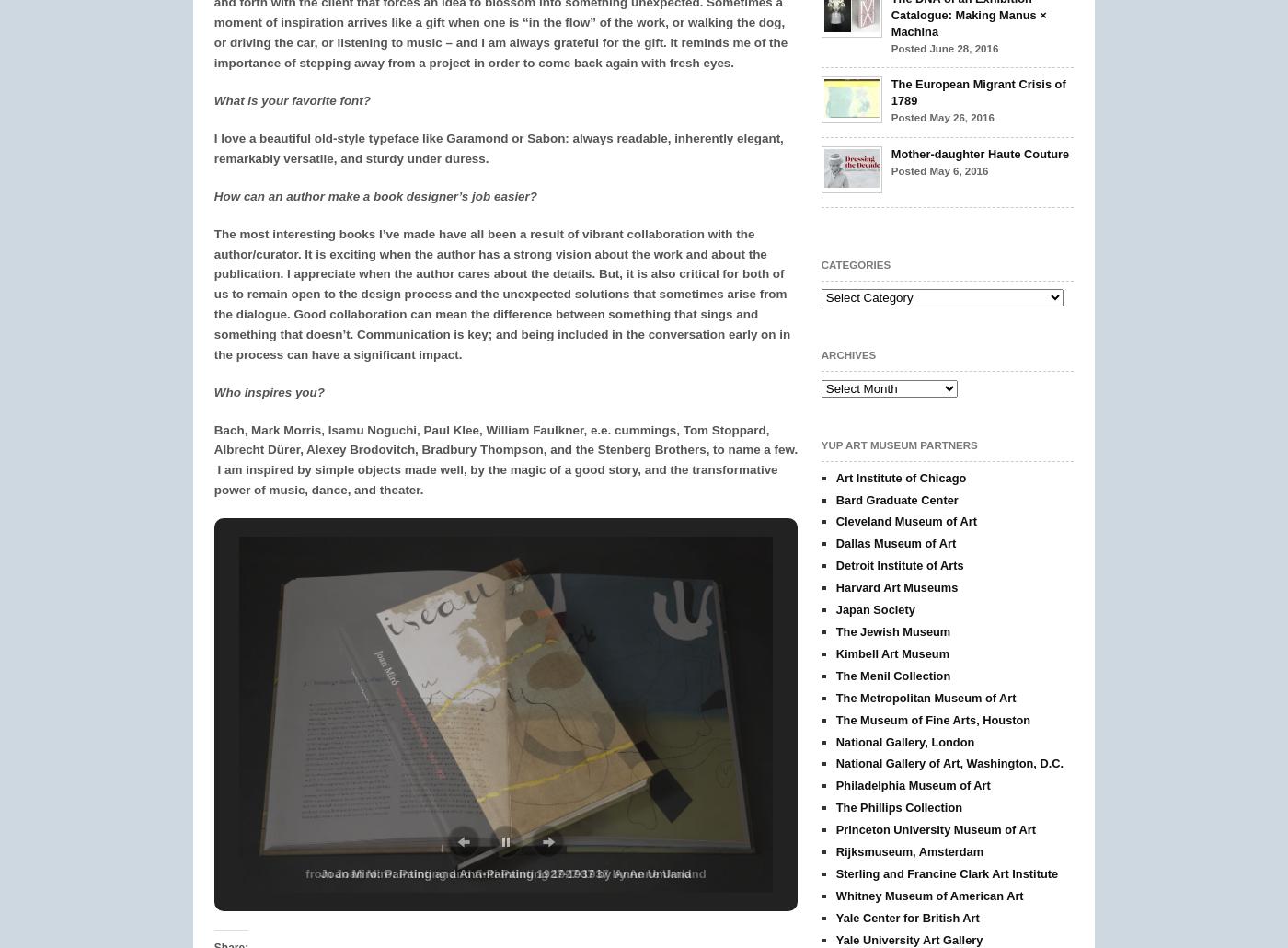 This screenshot has width=1288, height=948. I want to click on 'Japan Society', so click(875, 608).